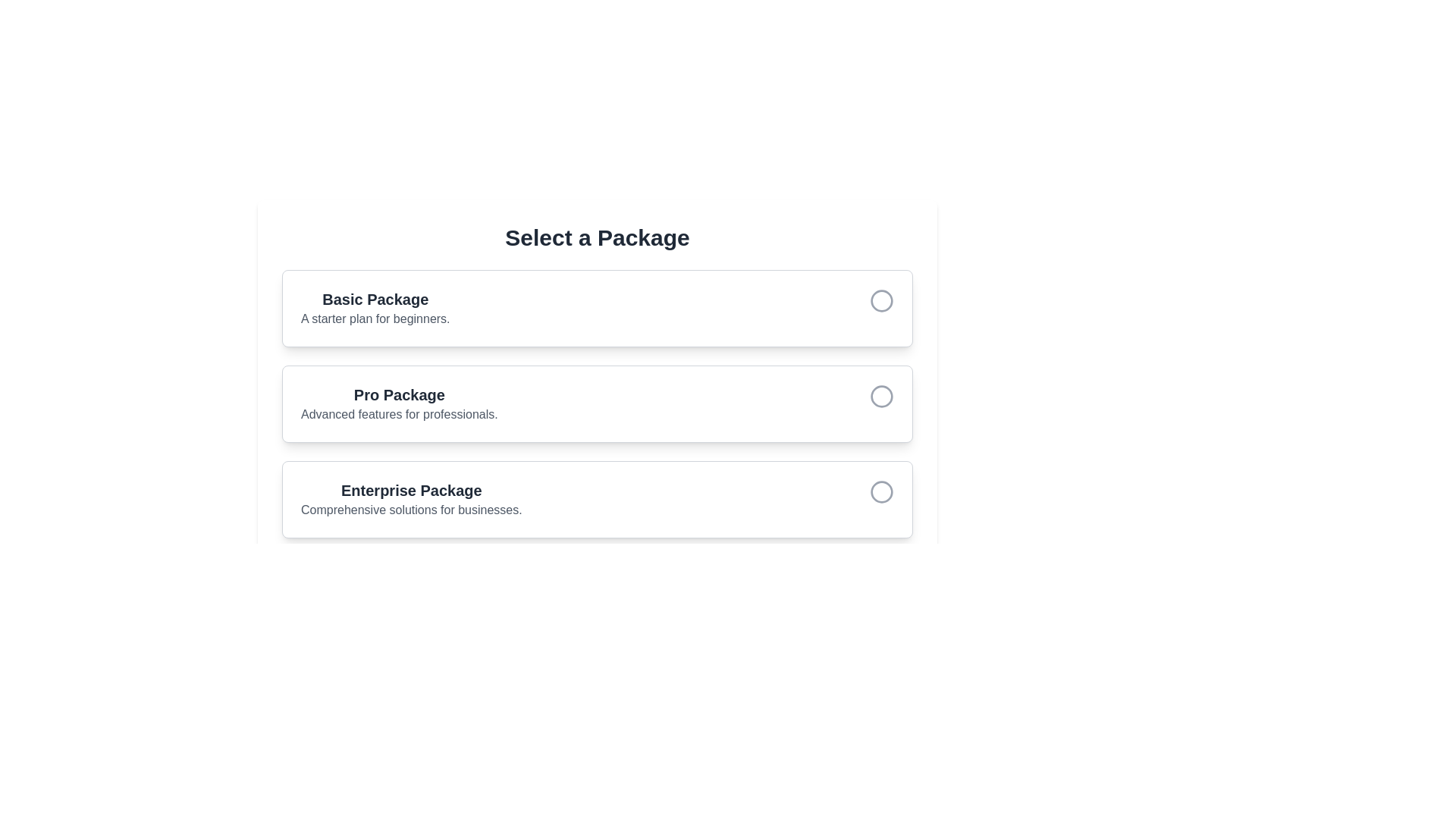 This screenshot has width=1456, height=819. What do you see at coordinates (596, 308) in the screenshot?
I see `the radio button on the 'Basic Package' selectable option card, which is the first card in the vertical stack of three options` at bounding box center [596, 308].